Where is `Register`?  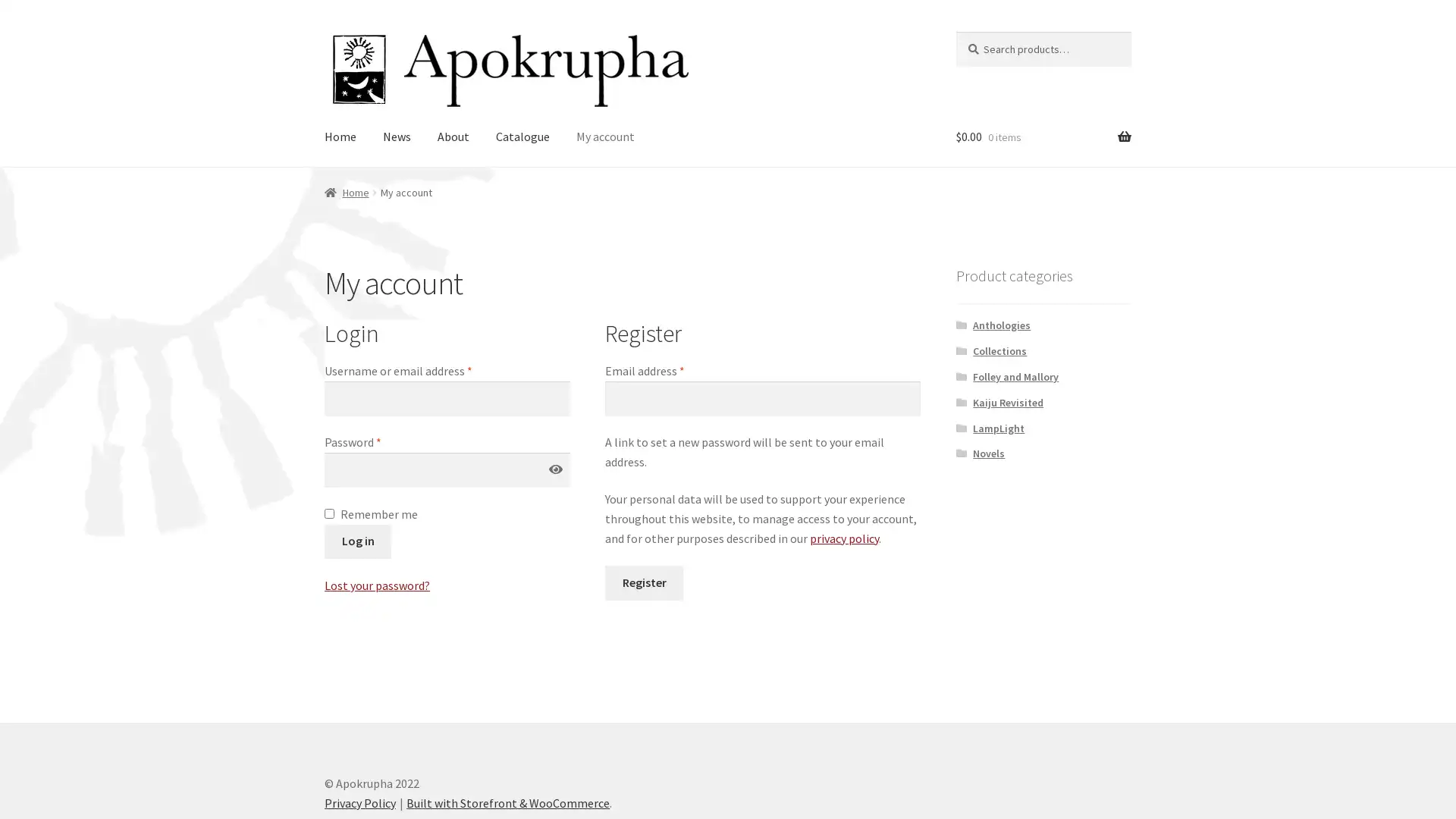 Register is located at coordinates (644, 582).